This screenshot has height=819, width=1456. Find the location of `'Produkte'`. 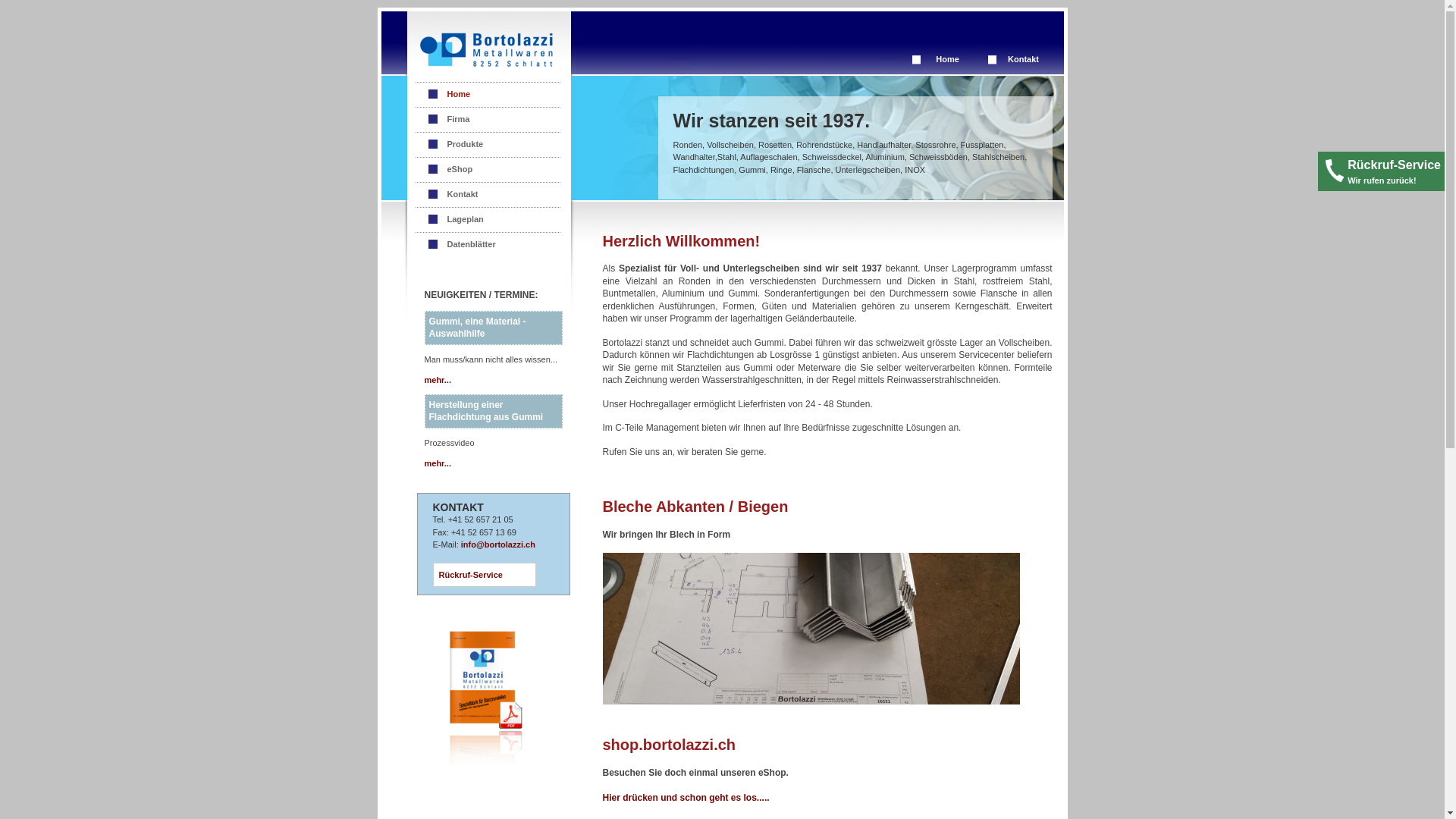

'Produkte' is located at coordinates (409, 144).